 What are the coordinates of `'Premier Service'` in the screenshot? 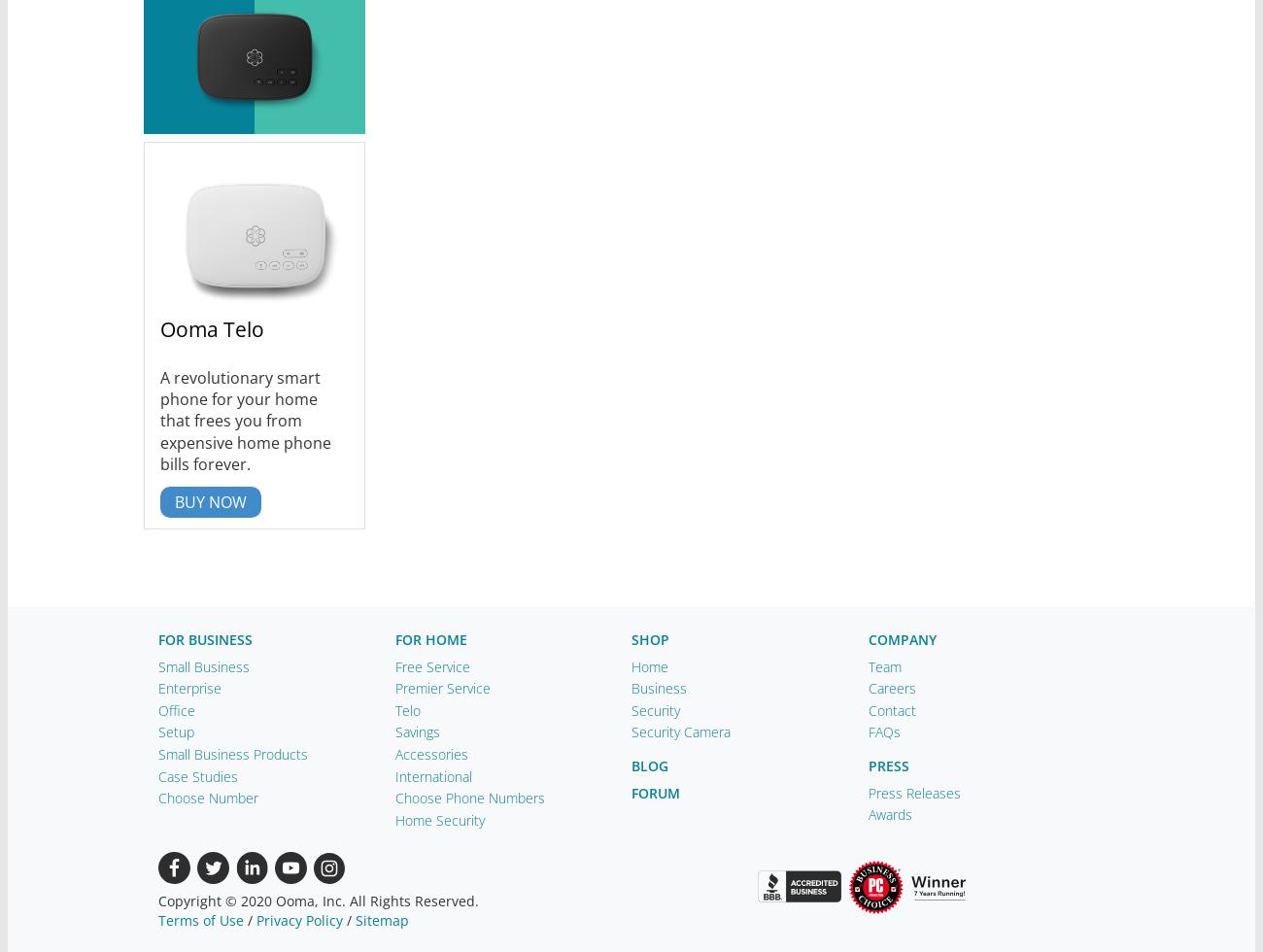 It's located at (440, 688).